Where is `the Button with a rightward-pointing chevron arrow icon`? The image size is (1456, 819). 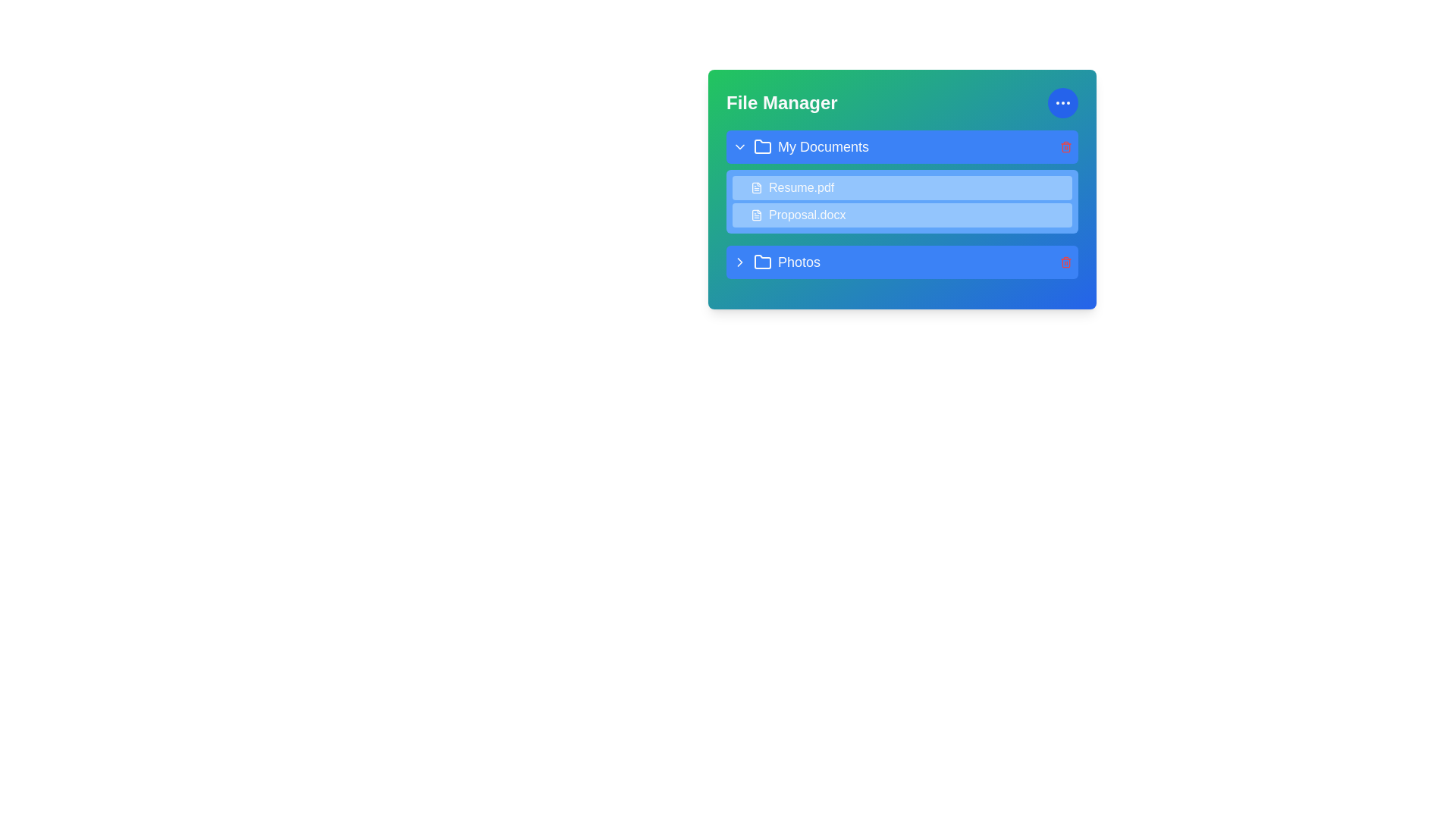
the Button with a rightward-pointing chevron arrow icon is located at coordinates (739, 262).